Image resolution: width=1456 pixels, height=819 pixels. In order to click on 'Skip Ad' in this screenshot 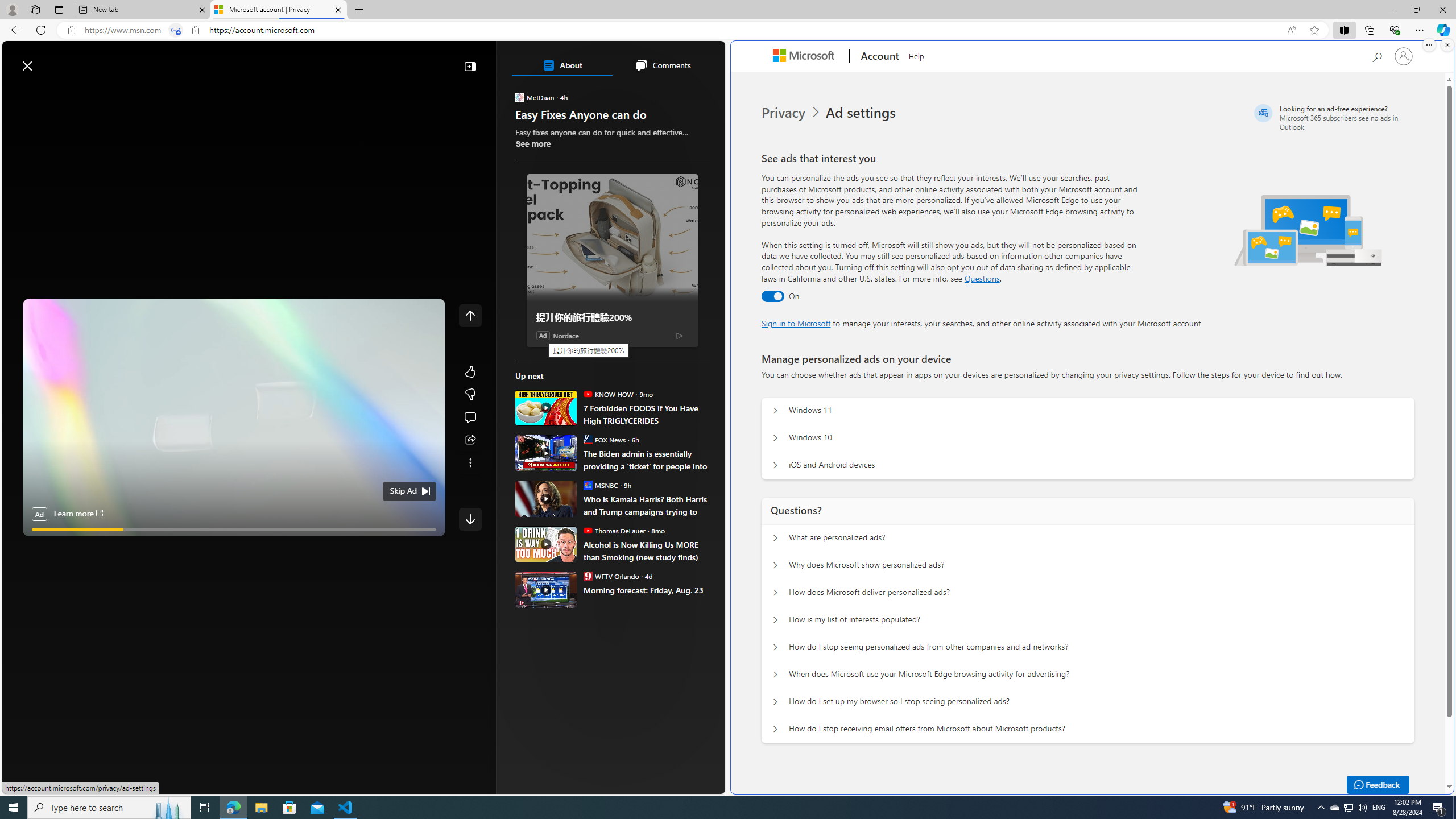, I will do `click(403, 490)`.